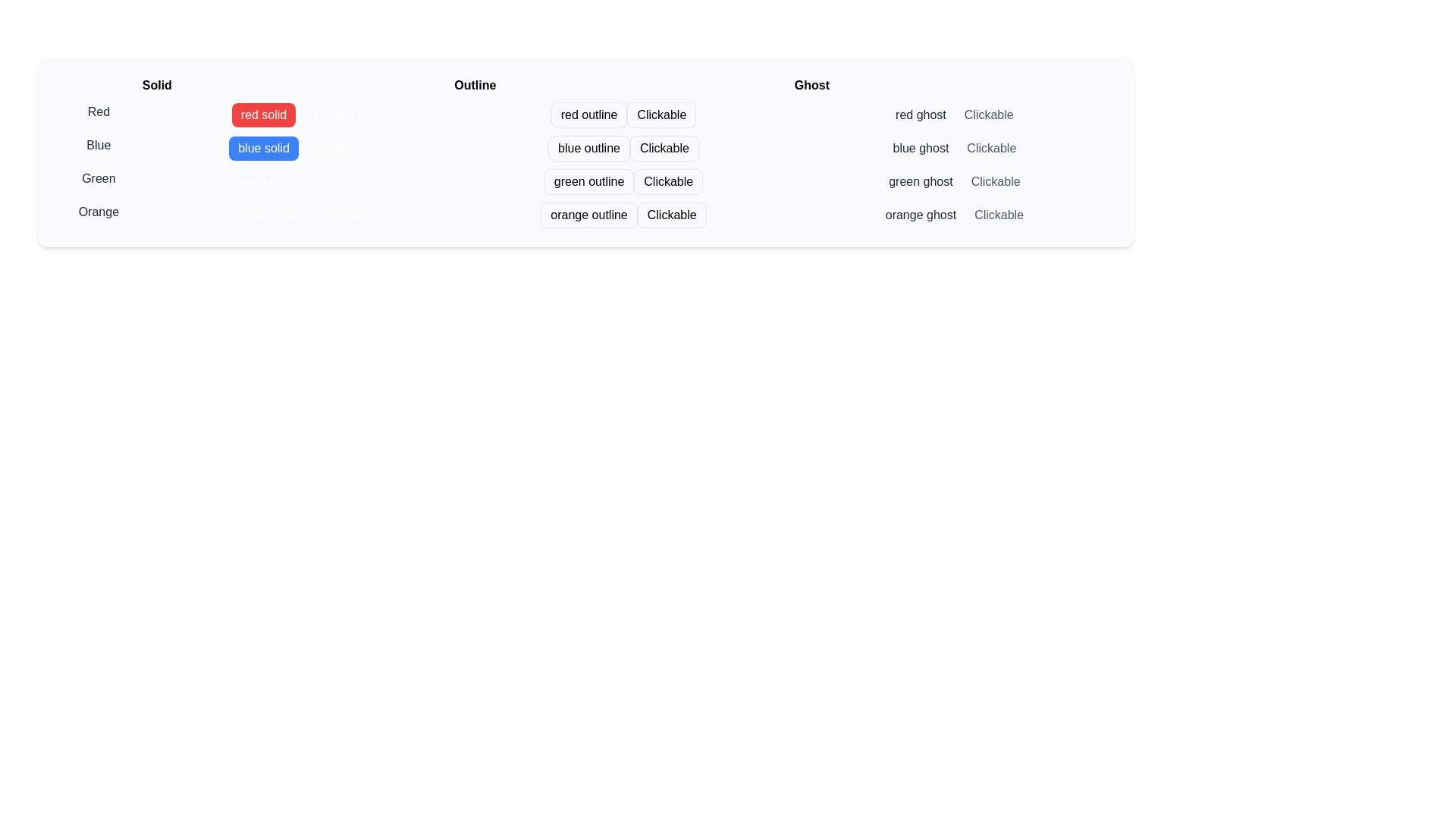 The image size is (1456, 819). I want to click on the 'blue solid' button located under the 'Solid' header, positioned between the 'red solid' and 'green solid' buttons, so click(297, 146).